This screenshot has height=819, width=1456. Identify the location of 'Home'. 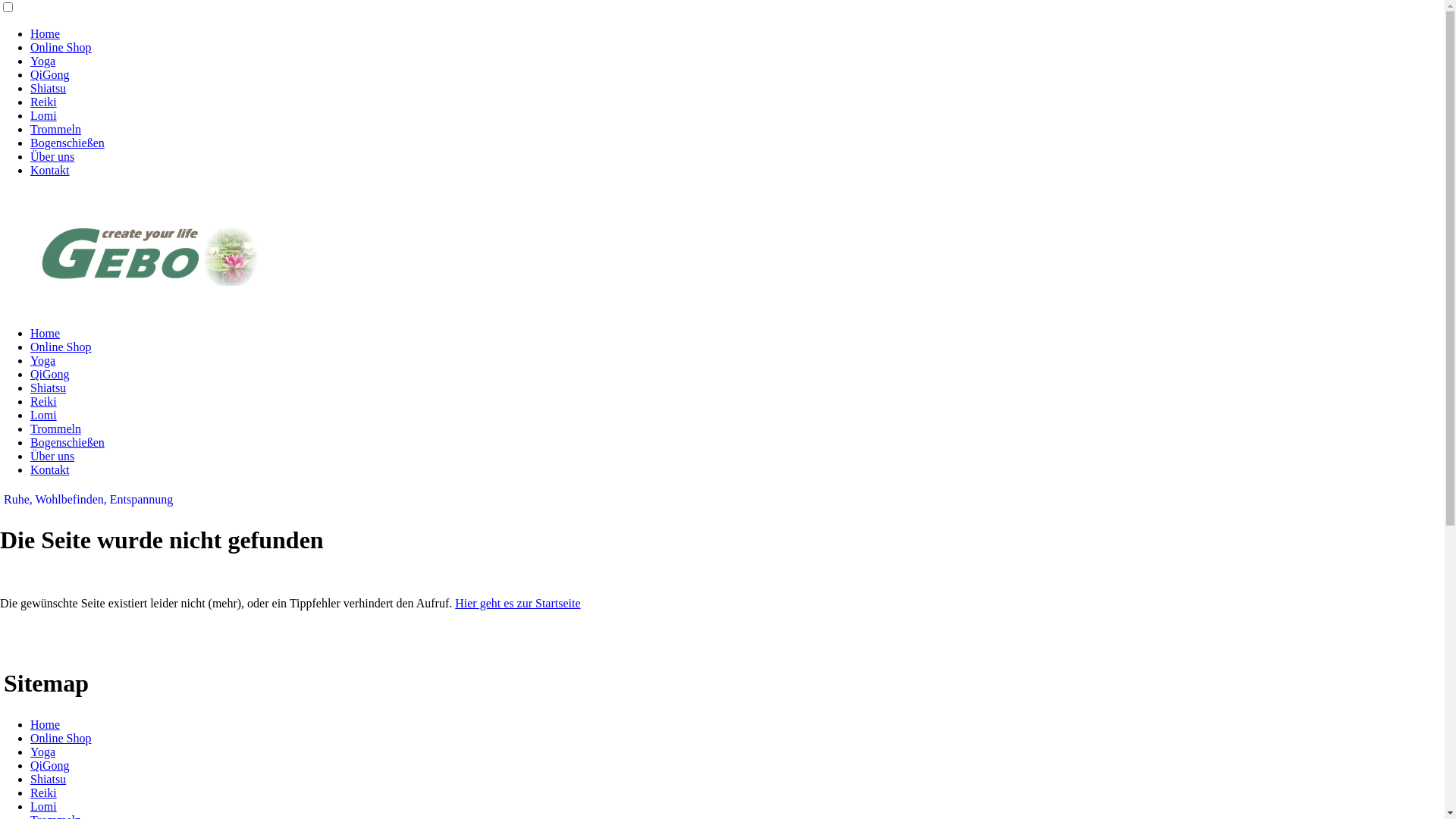
(45, 33).